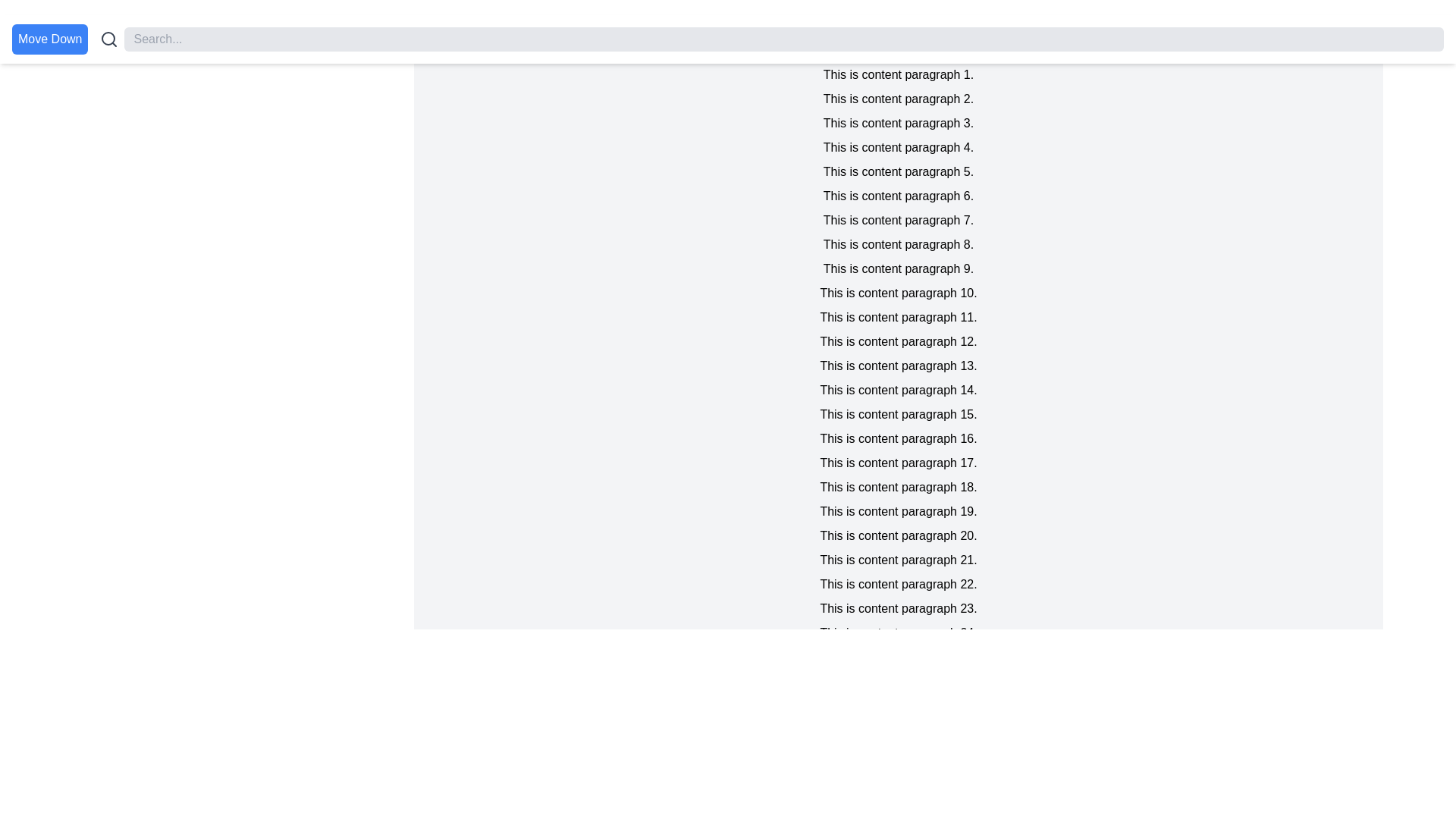 This screenshot has width=1456, height=819. What do you see at coordinates (108, 38) in the screenshot?
I see `the magnifying glass icon located centrally within the top navigation bar, to the right of the 'Move Down' button, indicating the search input field's purpose` at bounding box center [108, 38].